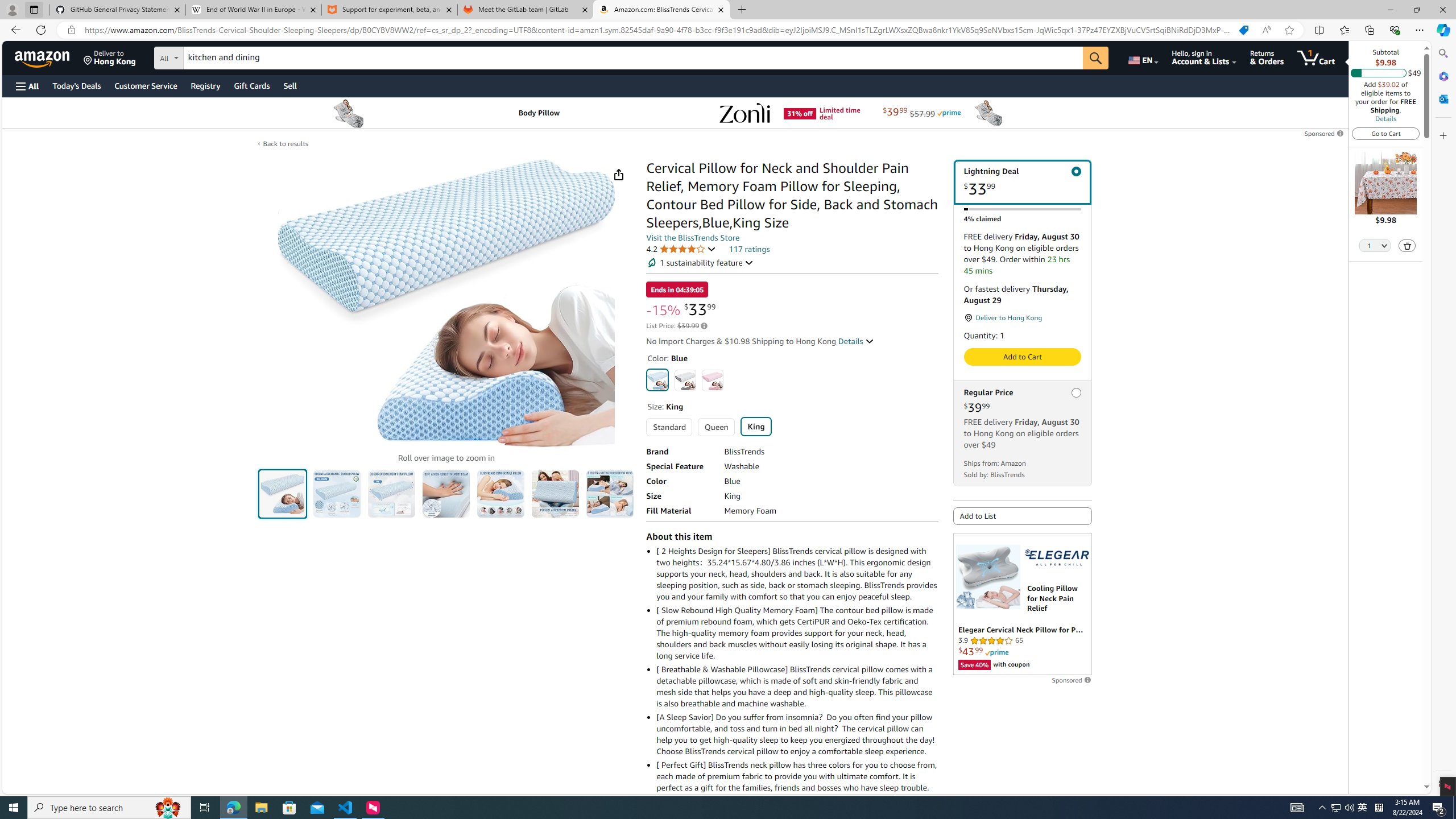 The image size is (1456, 819). What do you see at coordinates (48, 56) in the screenshot?
I see `'Skip to main content'` at bounding box center [48, 56].